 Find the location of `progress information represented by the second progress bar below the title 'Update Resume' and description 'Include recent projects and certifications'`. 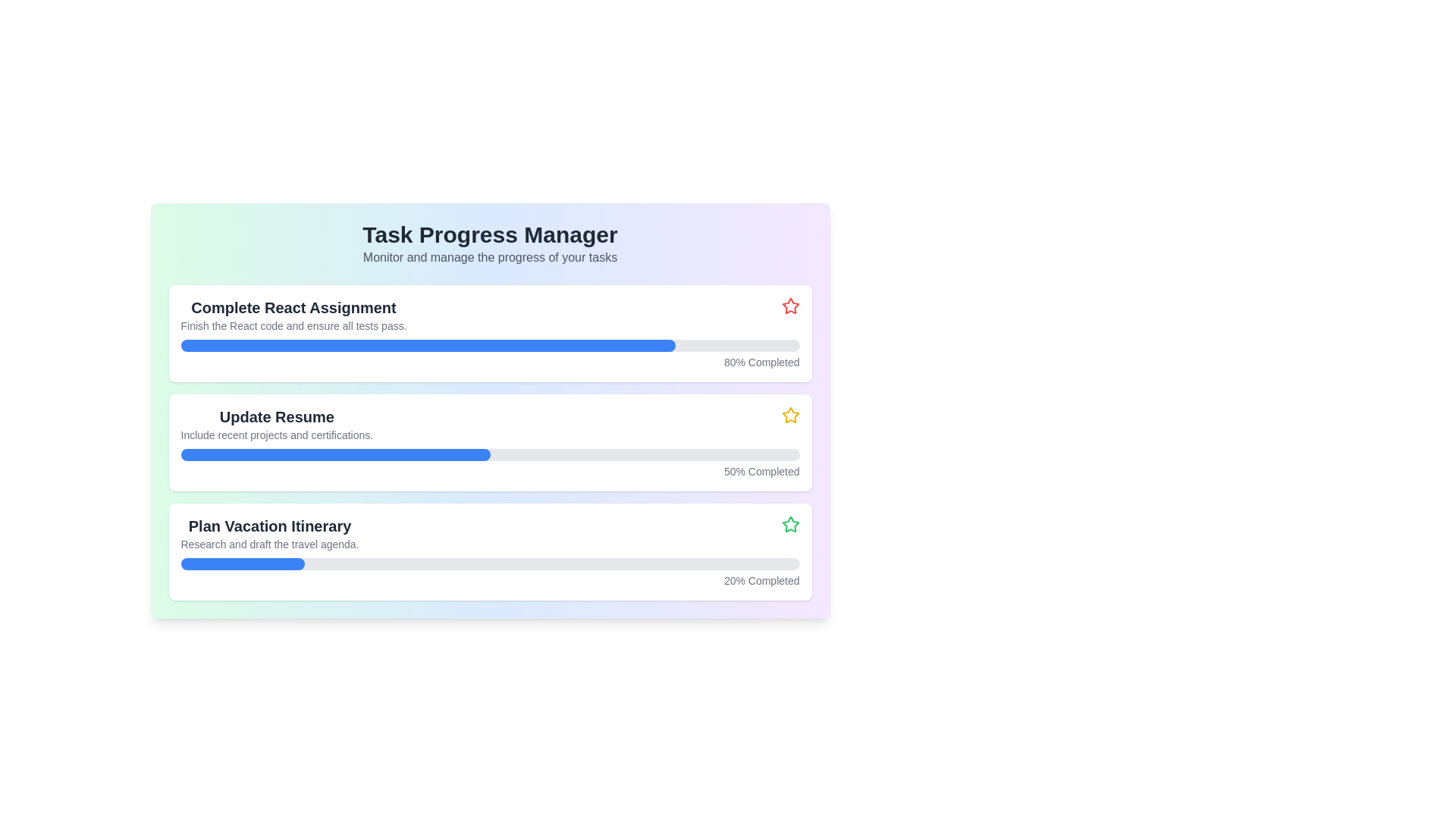

progress information represented by the second progress bar below the title 'Update Resume' and description 'Include recent projects and certifications' is located at coordinates (490, 454).